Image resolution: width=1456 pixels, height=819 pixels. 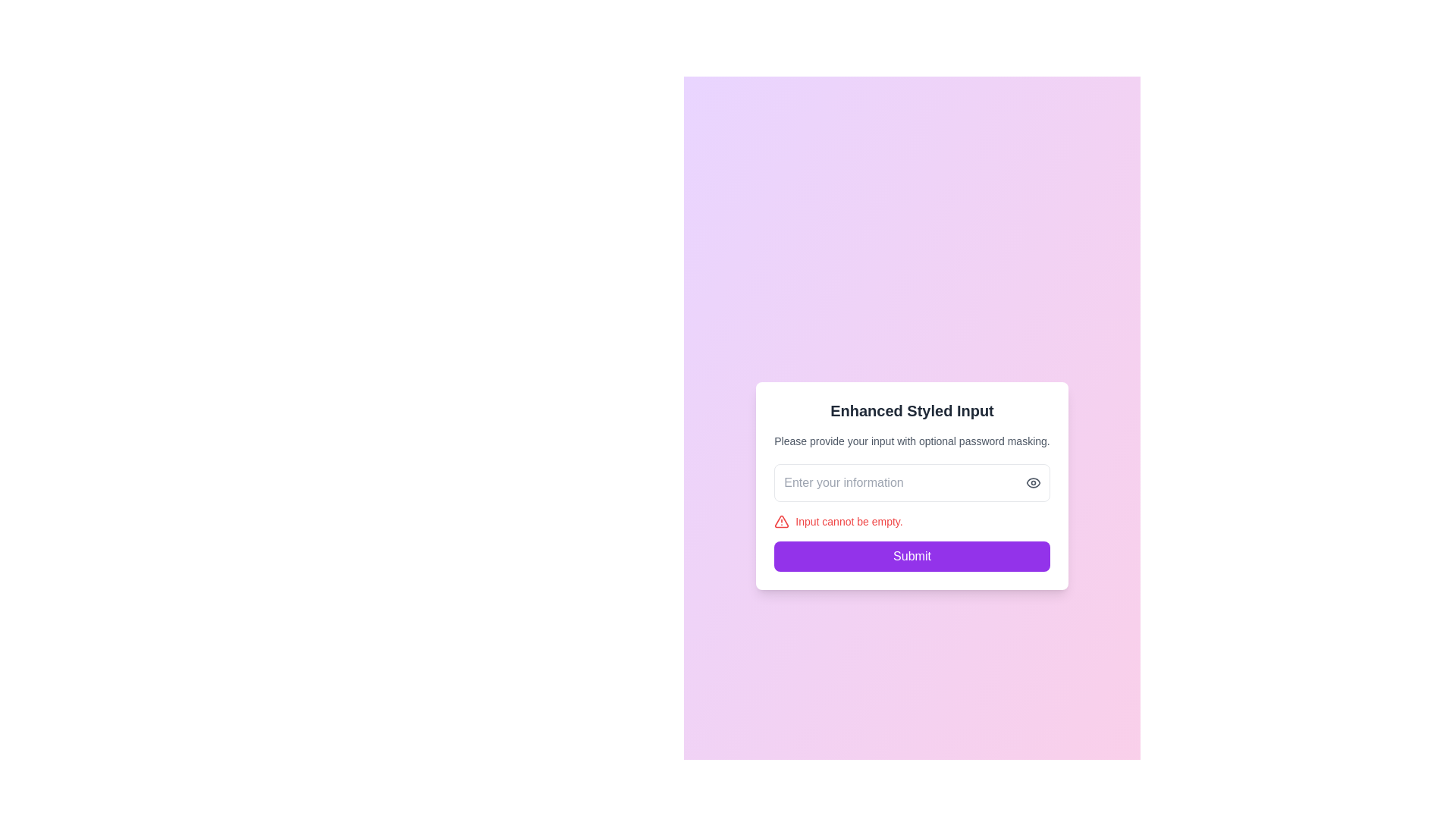 What do you see at coordinates (912, 520) in the screenshot?
I see `warning message displayed in red color stating 'Input cannot be empty.' located below the input field and above the 'Submit' button` at bounding box center [912, 520].